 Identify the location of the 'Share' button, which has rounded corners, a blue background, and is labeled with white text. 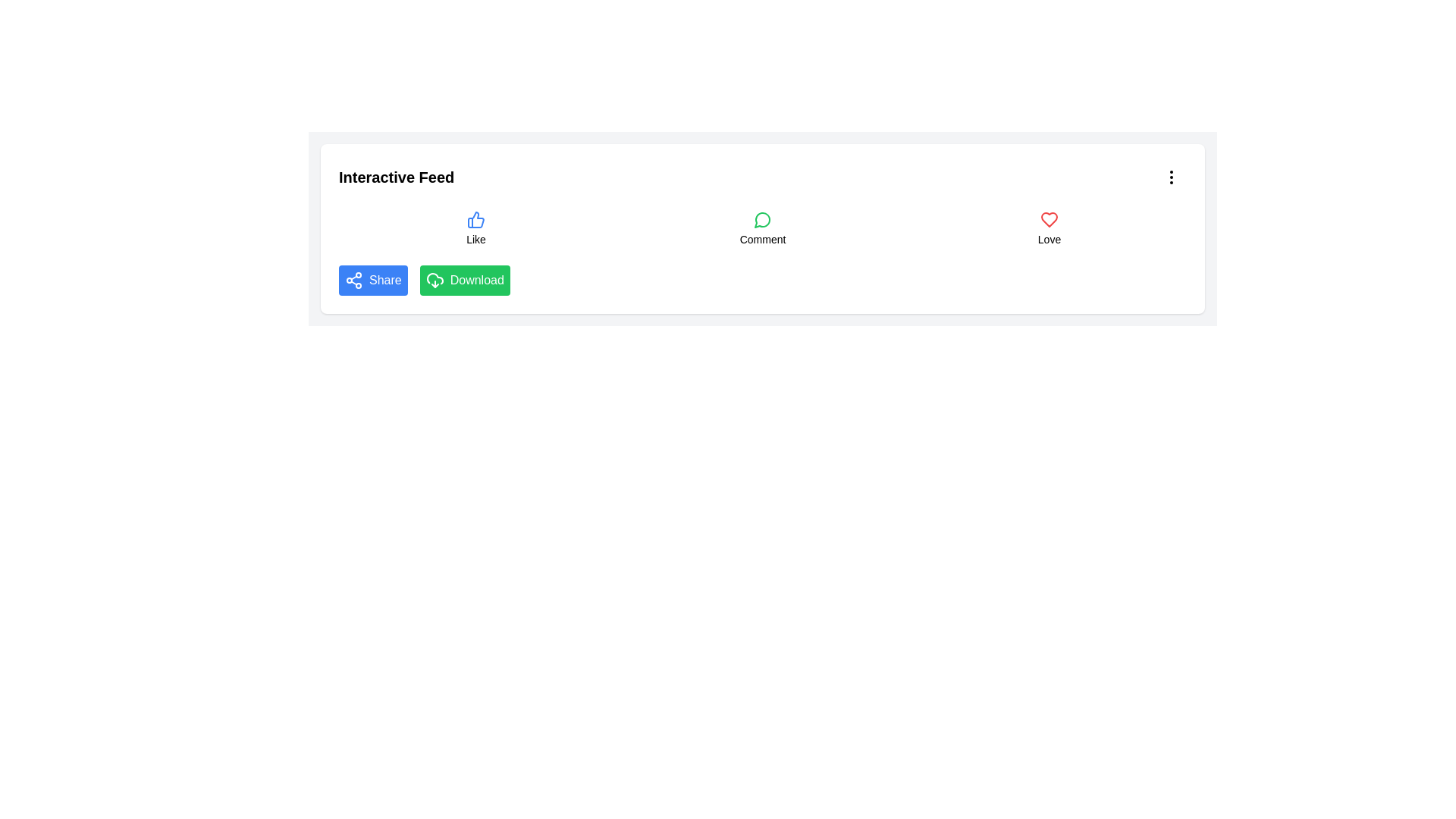
(373, 281).